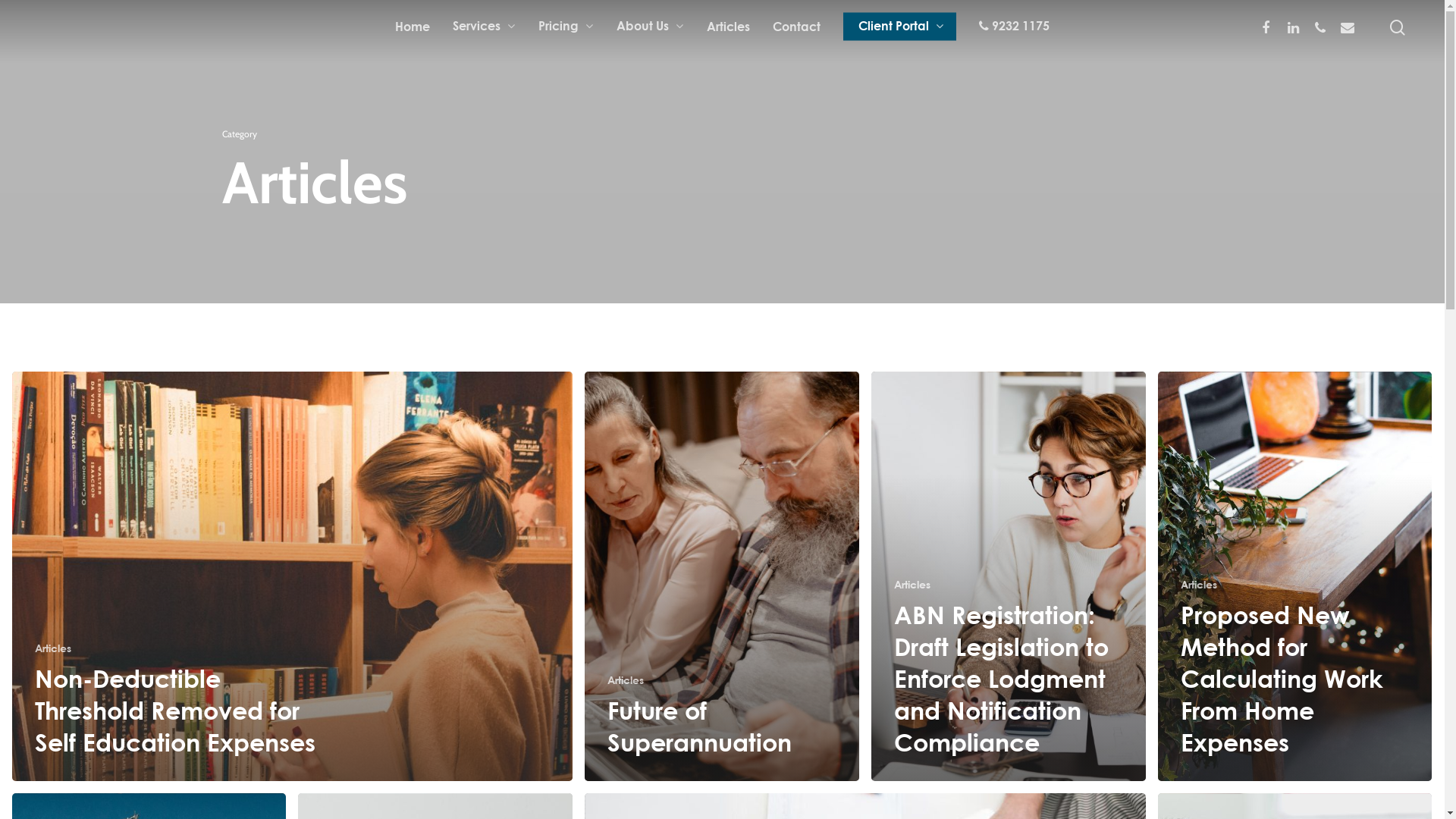 This screenshot has height=819, width=1456. What do you see at coordinates (650, 26) in the screenshot?
I see `'About Us'` at bounding box center [650, 26].